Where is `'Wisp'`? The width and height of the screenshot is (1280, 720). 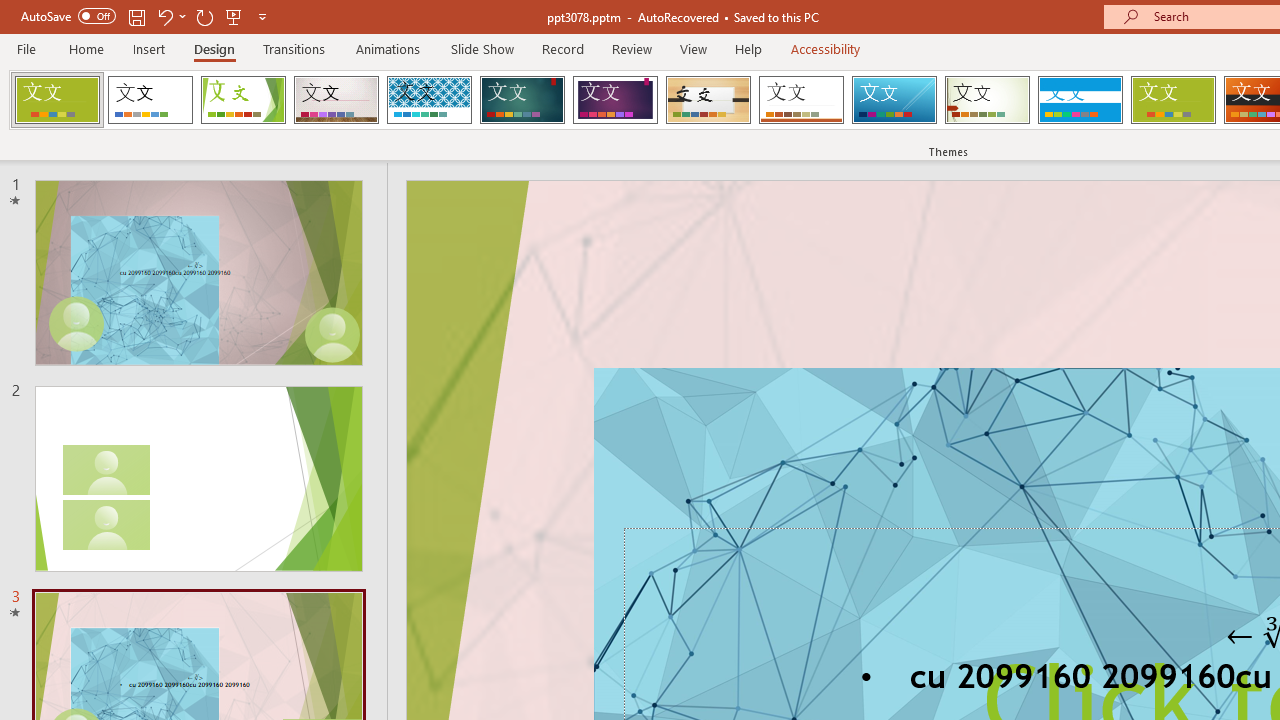
'Wisp' is located at coordinates (987, 100).